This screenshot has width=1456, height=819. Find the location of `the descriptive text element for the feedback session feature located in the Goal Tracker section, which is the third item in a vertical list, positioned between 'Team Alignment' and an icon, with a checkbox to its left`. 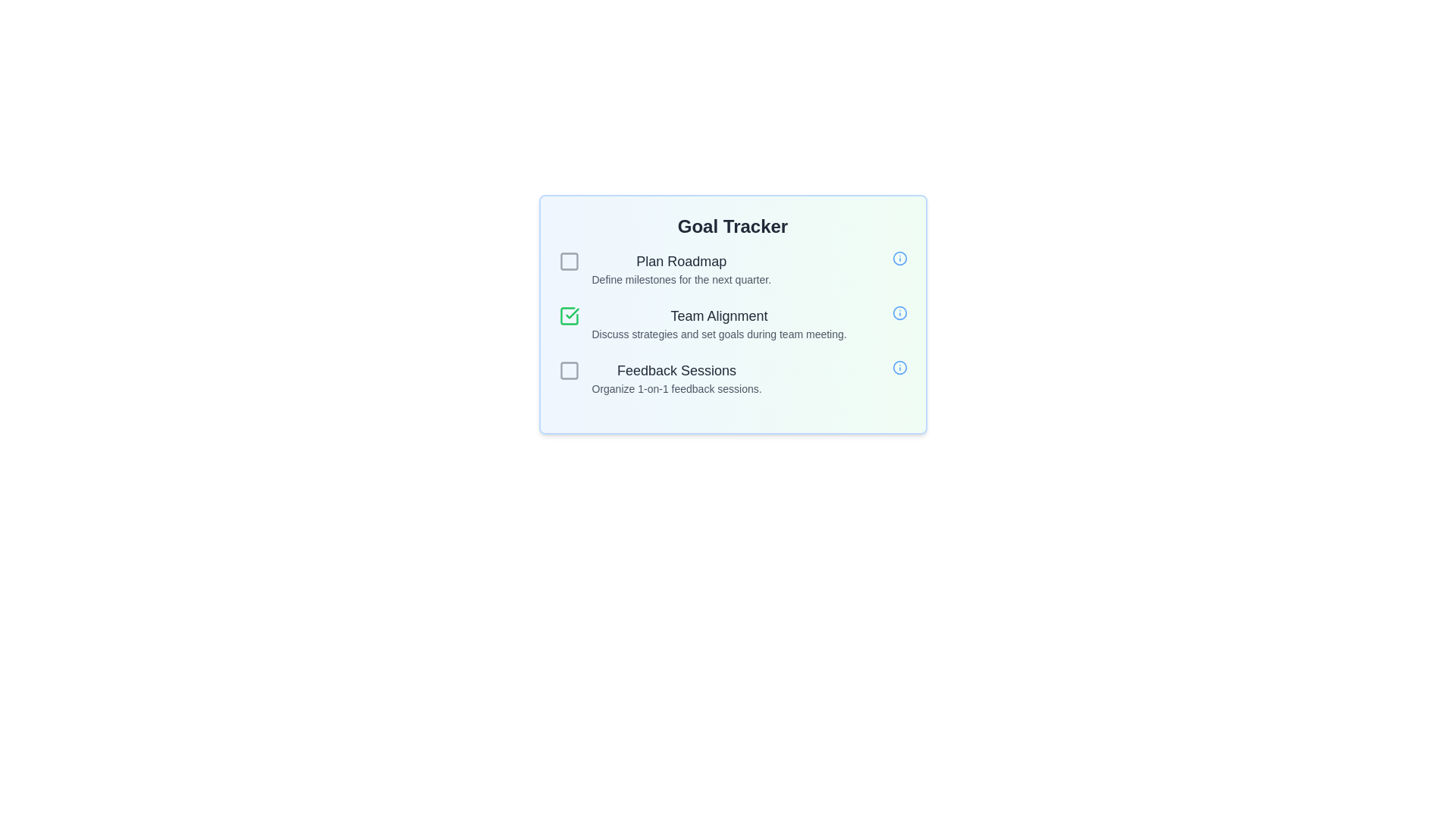

the descriptive text element for the feedback session feature located in the Goal Tracker section, which is the third item in a vertical list, positioned between 'Team Alignment' and an icon, with a checkbox to its left is located at coordinates (676, 377).